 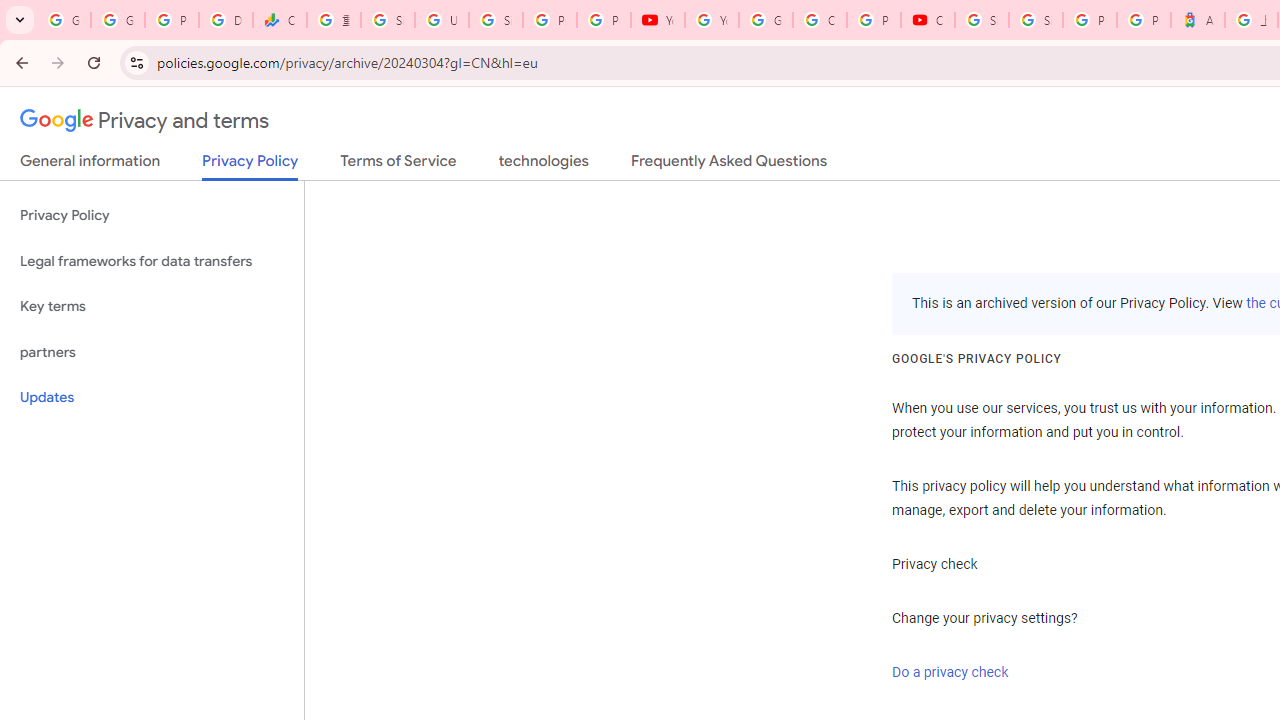 What do you see at coordinates (657, 20) in the screenshot?
I see `'YouTube'` at bounding box center [657, 20].